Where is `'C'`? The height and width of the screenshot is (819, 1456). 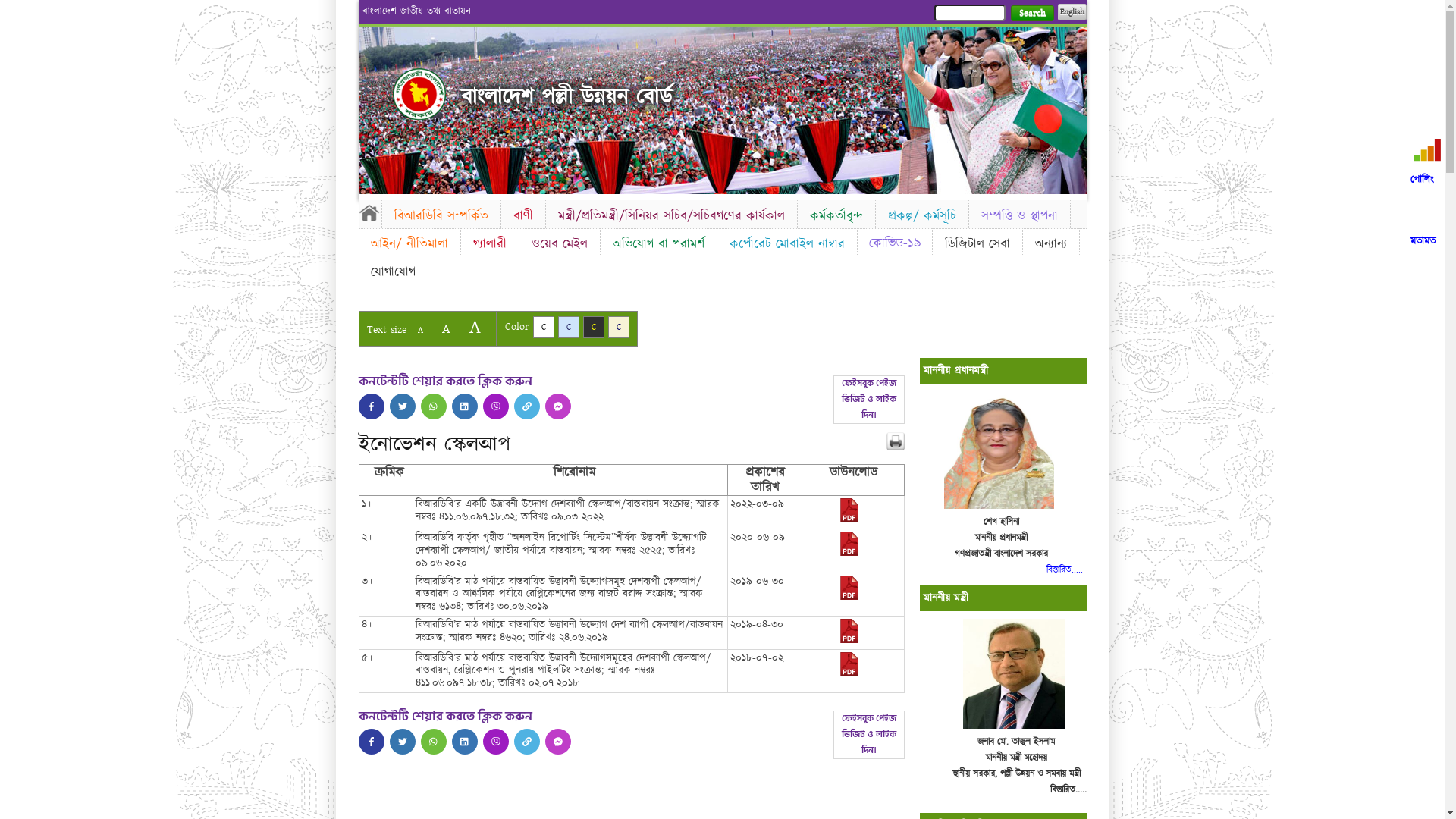 'C' is located at coordinates (557, 326).